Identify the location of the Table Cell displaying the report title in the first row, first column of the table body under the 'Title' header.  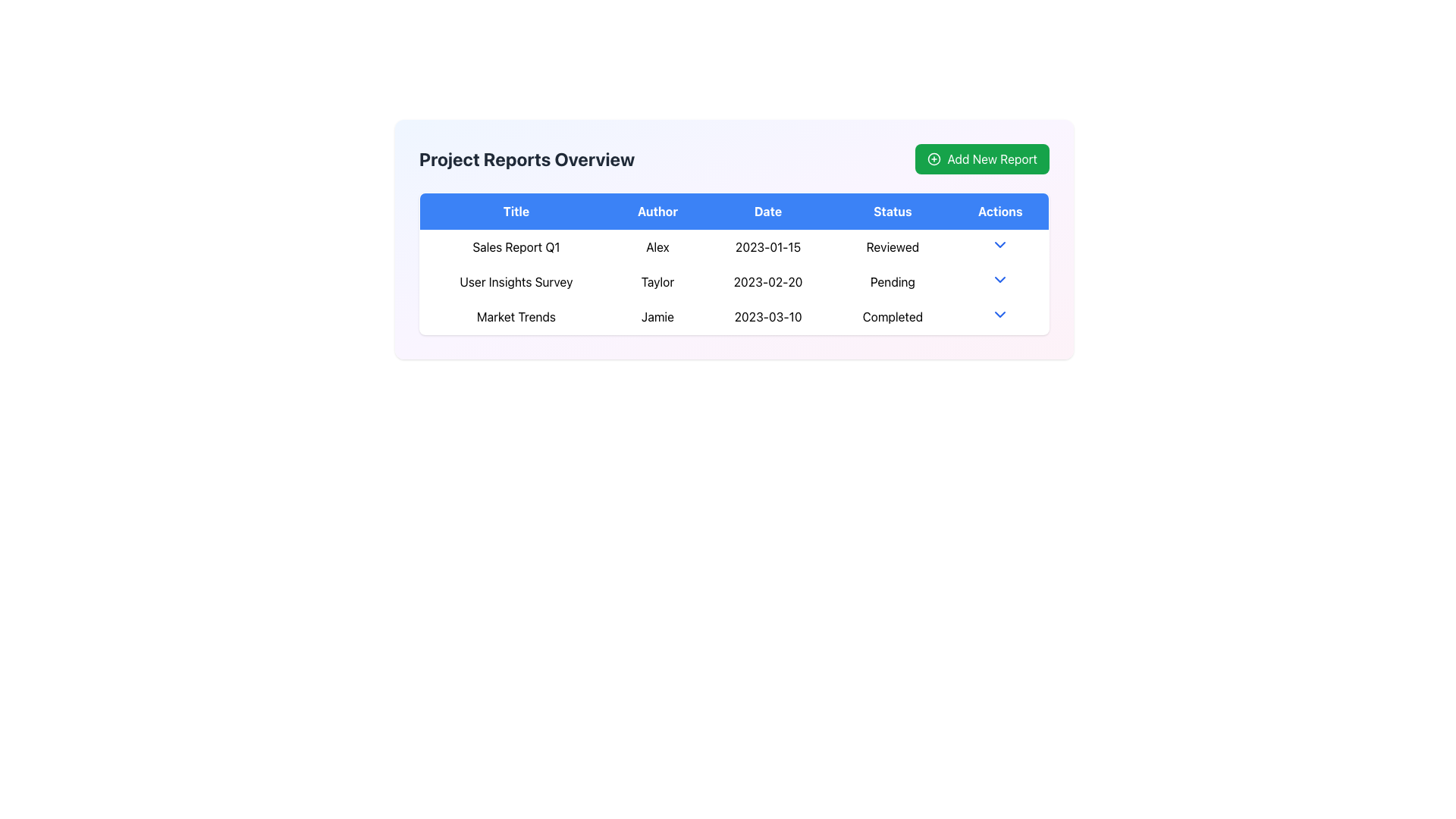
(516, 246).